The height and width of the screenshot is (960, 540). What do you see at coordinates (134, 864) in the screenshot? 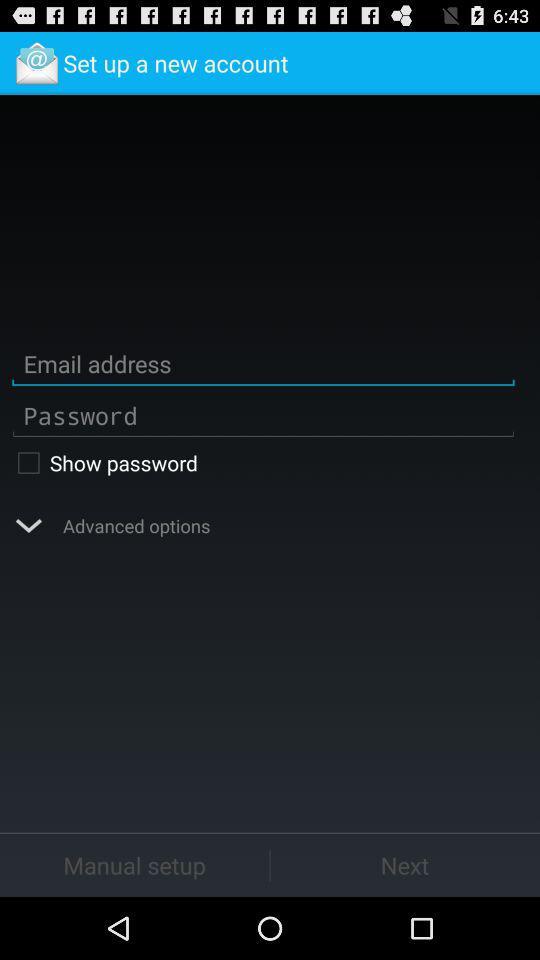
I see `manual setup button` at bounding box center [134, 864].